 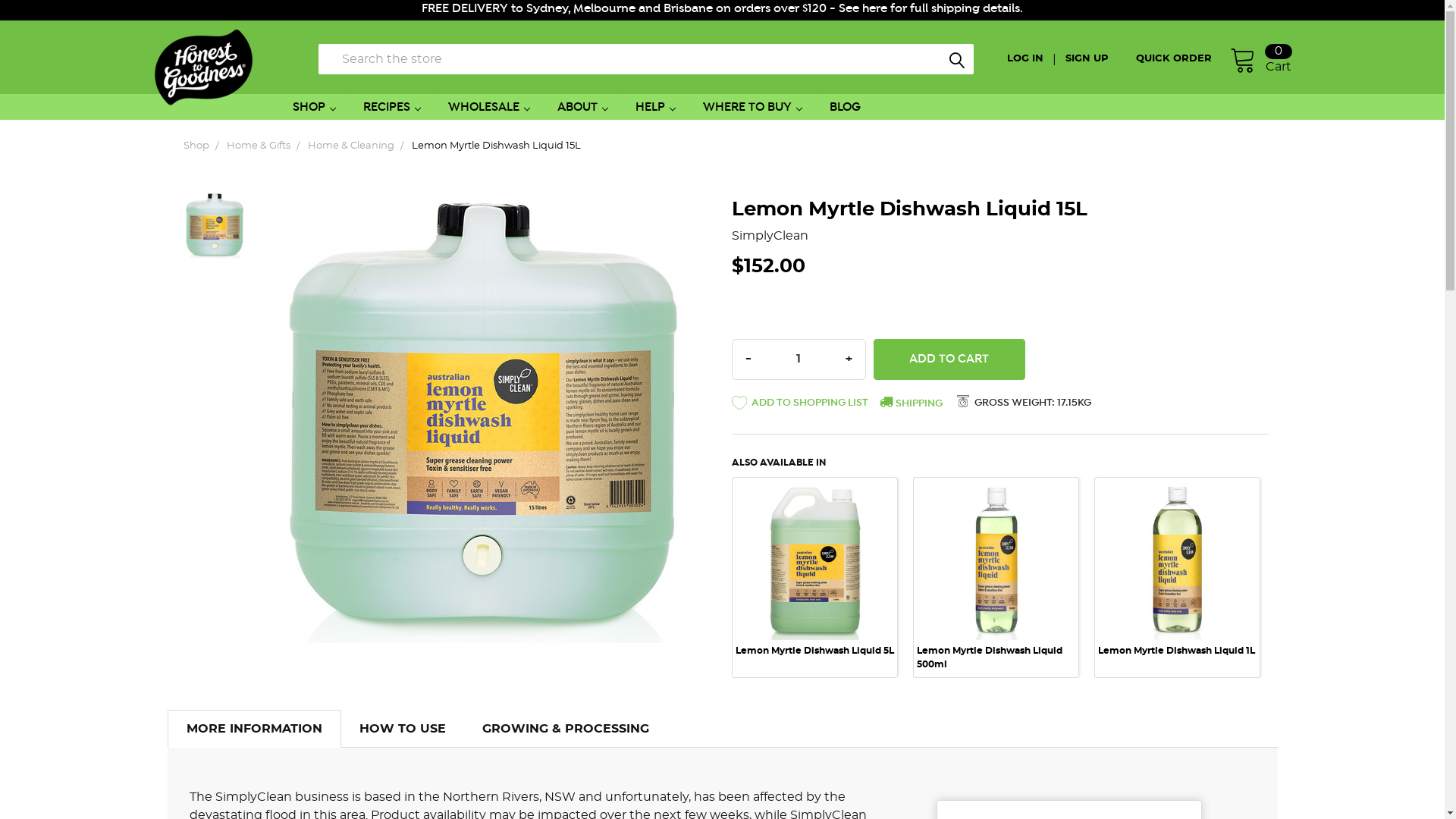 What do you see at coordinates (1030, 58) in the screenshot?
I see `'LOG IN'` at bounding box center [1030, 58].